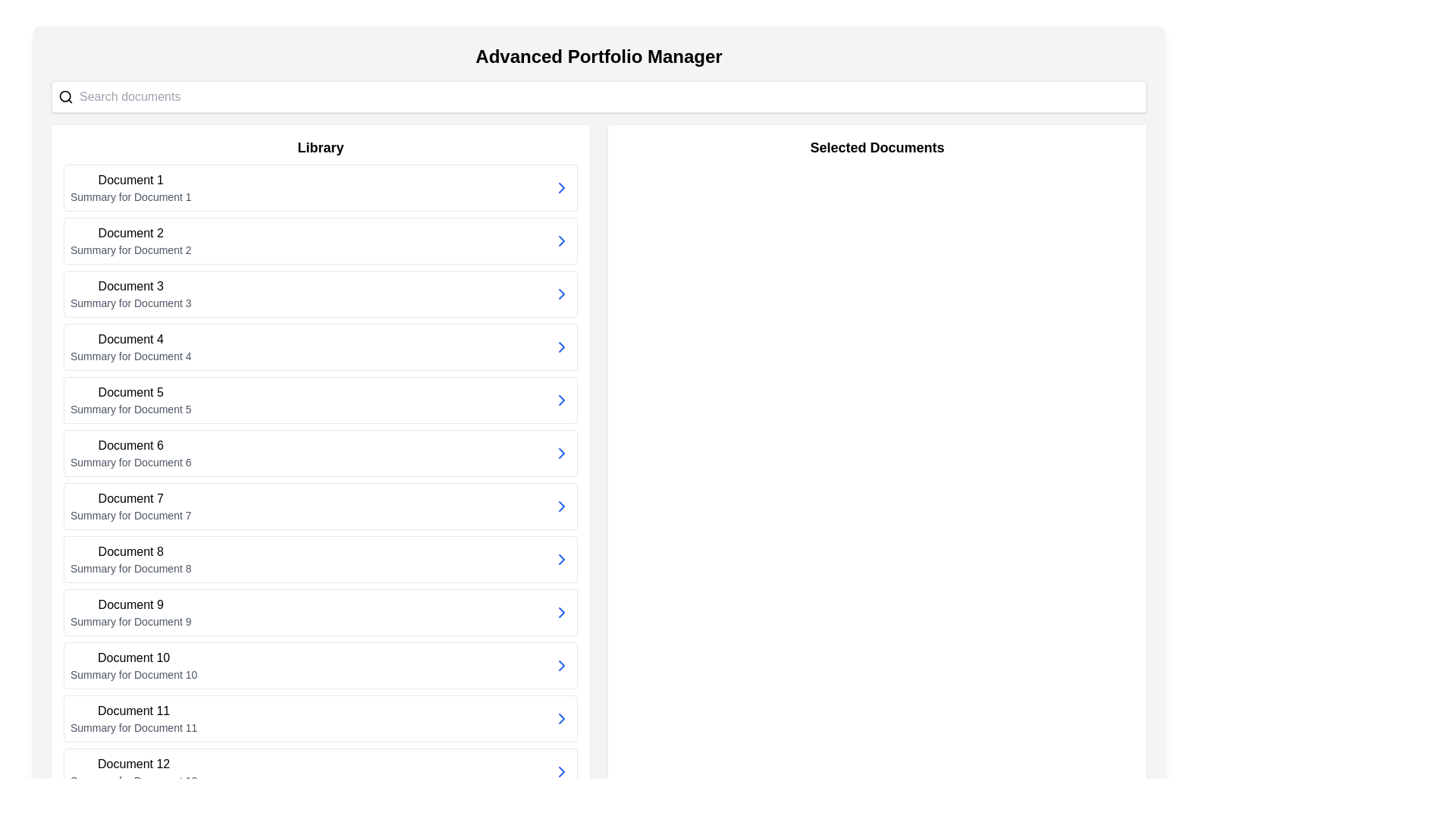  What do you see at coordinates (319, 452) in the screenshot?
I see `to select or expand details of Document 6, the sixth item in the Library listing, located centrally with 'Document 5' above and 'Document 7' below` at bounding box center [319, 452].